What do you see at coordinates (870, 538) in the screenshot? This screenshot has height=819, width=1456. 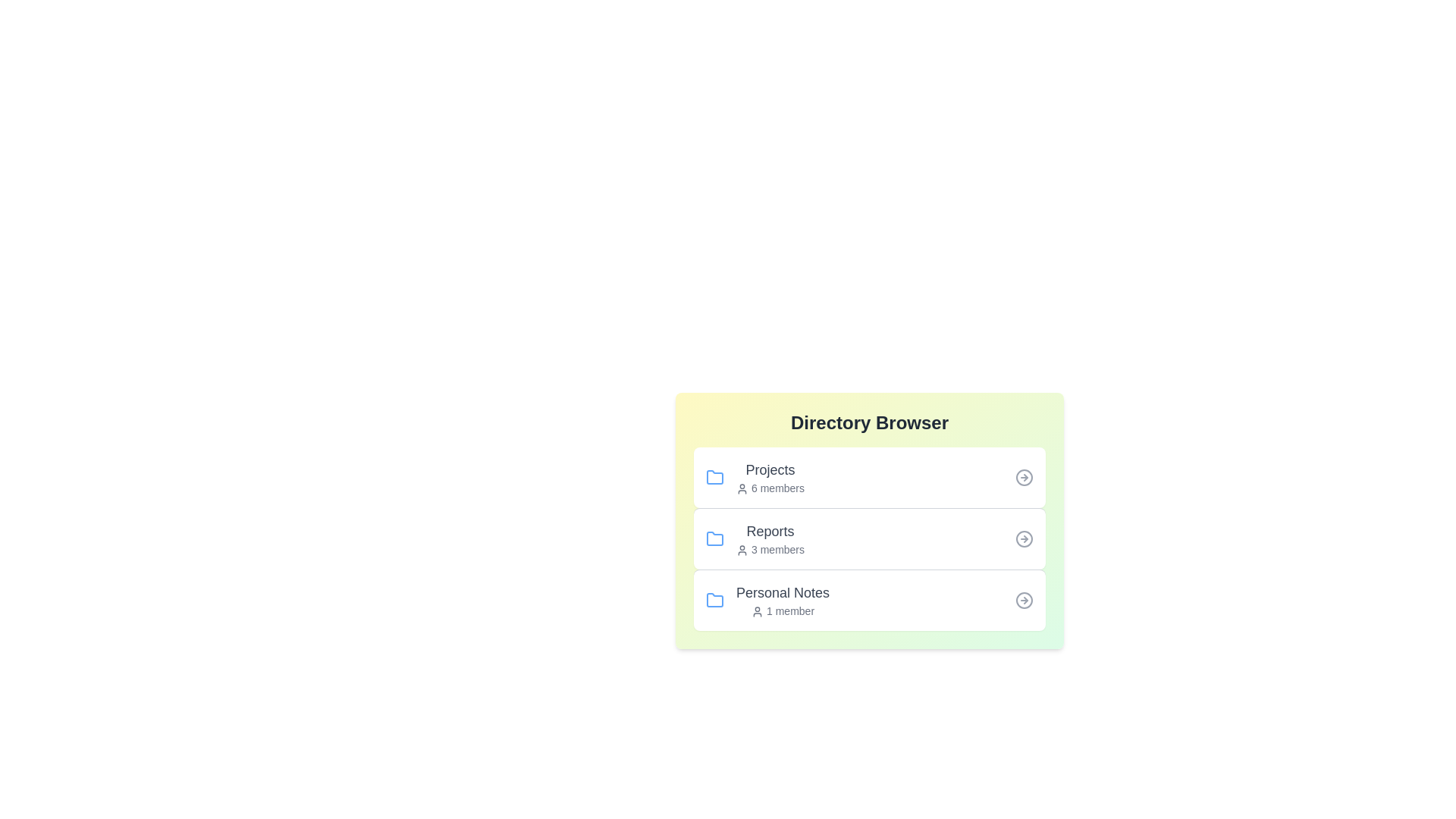 I see `the directory Reports by clicking on its list item` at bounding box center [870, 538].